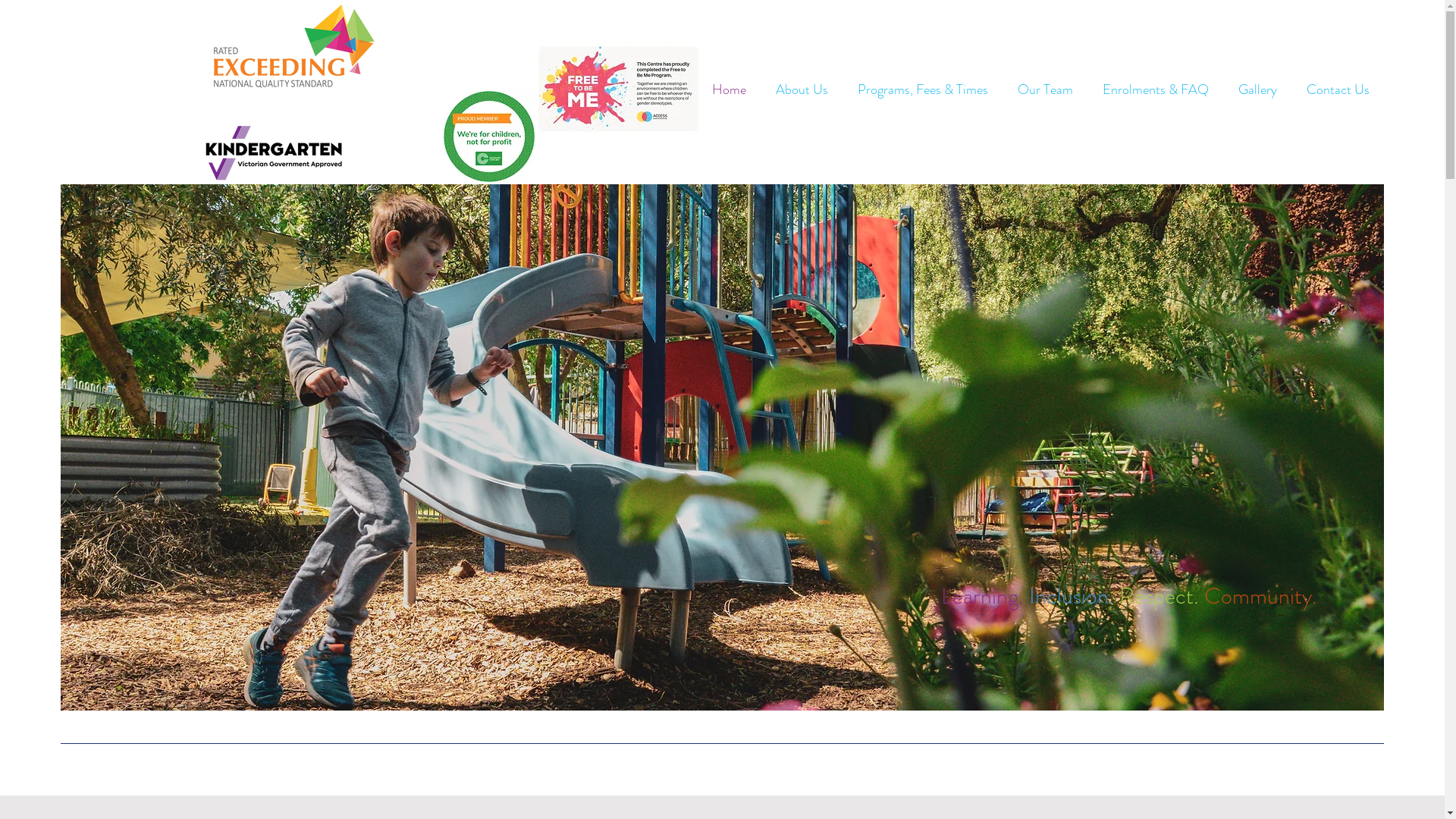 The image size is (1456, 819). What do you see at coordinates (1152, 89) in the screenshot?
I see `'Enrolments & FAQ'` at bounding box center [1152, 89].